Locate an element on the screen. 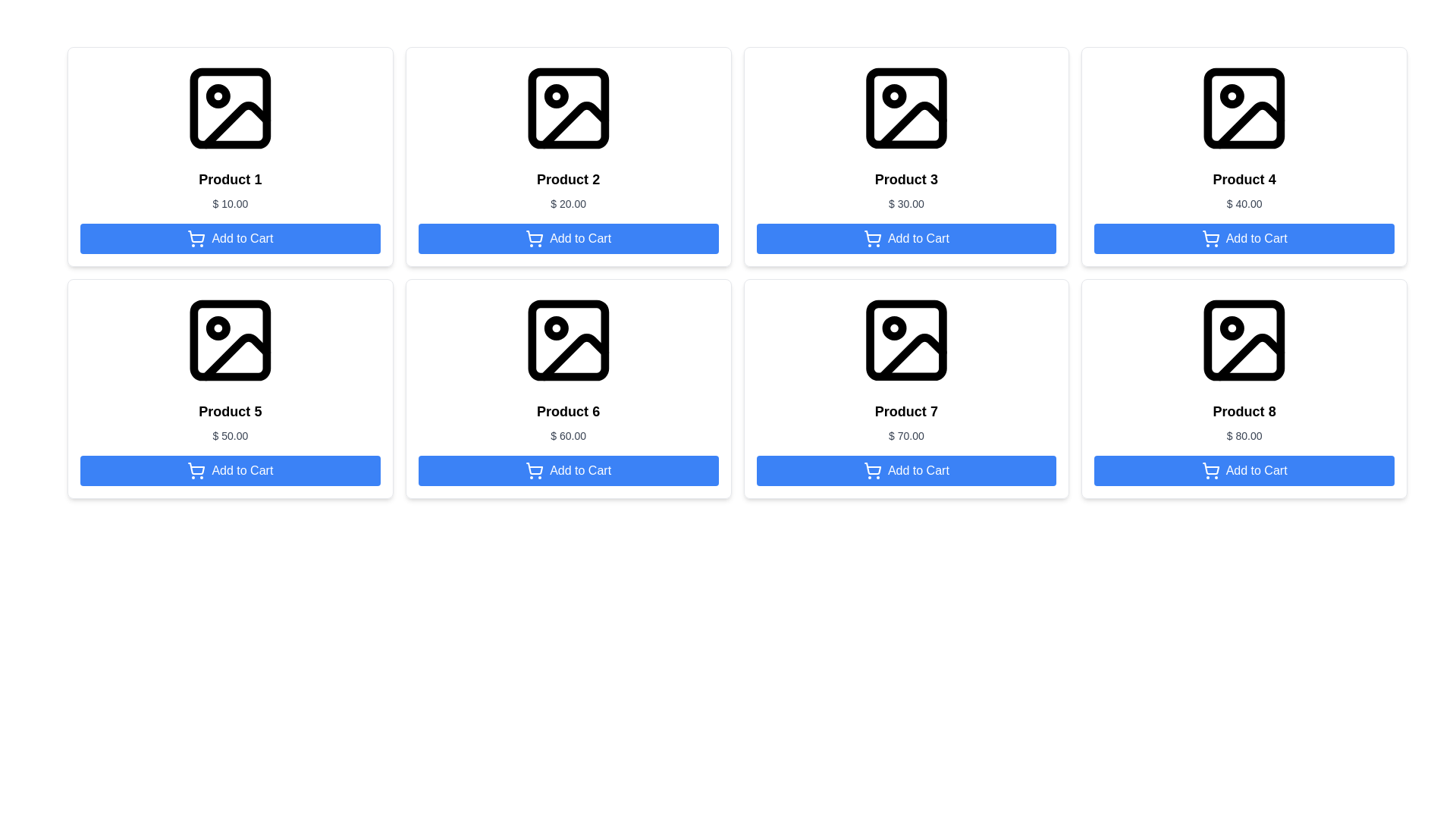 The width and height of the screenshot is (1456, 819). the small circular non-interactive graphical component located in the upper-left corner of the landscape icon in the second product card of the grid layout is located at coordinates (555, 96).